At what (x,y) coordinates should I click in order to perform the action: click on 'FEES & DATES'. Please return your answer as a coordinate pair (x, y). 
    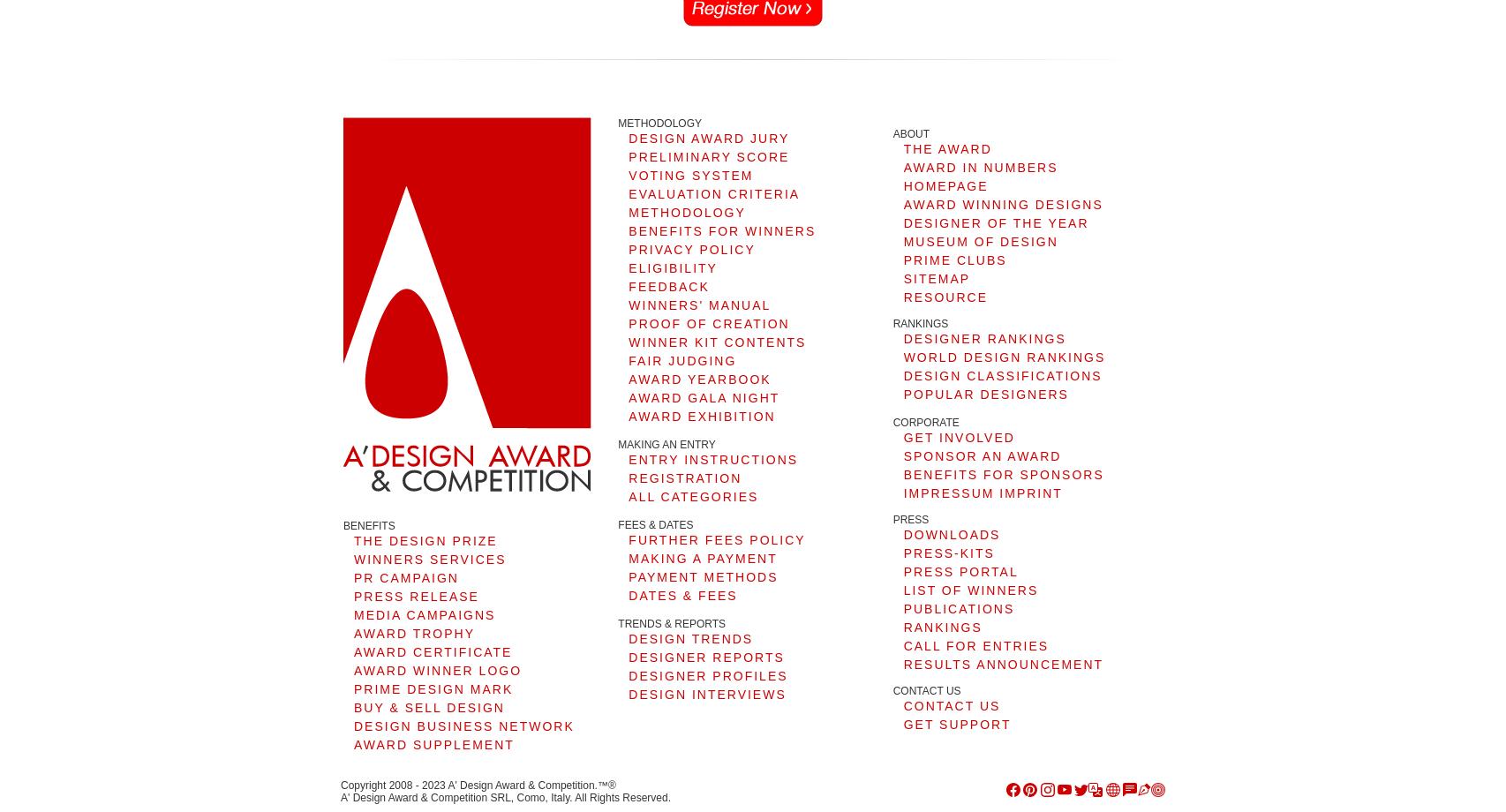
    Looking at the image, I should click on (616, 523).